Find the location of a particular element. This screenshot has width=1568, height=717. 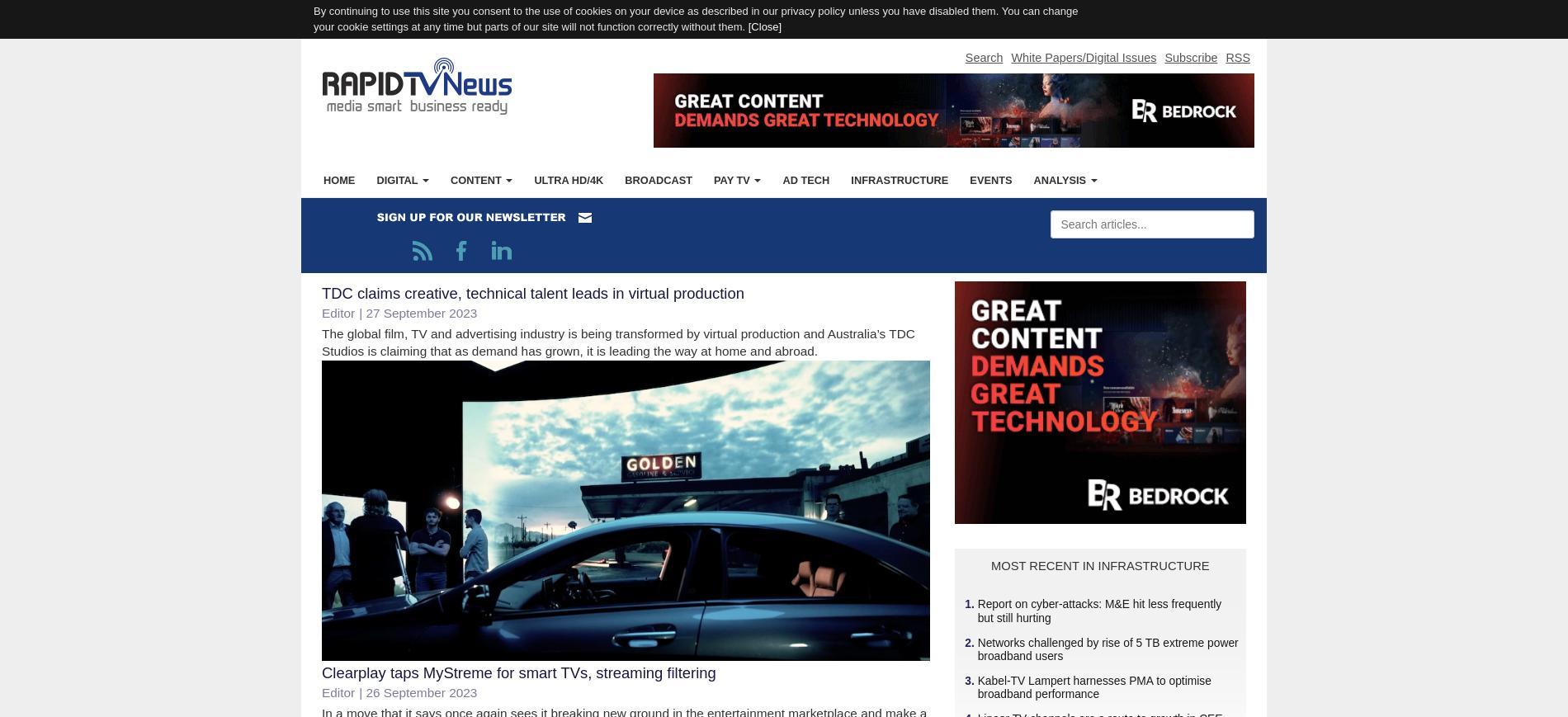

'Most recent in Infrastructure' is located at coordinates (1098, 565).